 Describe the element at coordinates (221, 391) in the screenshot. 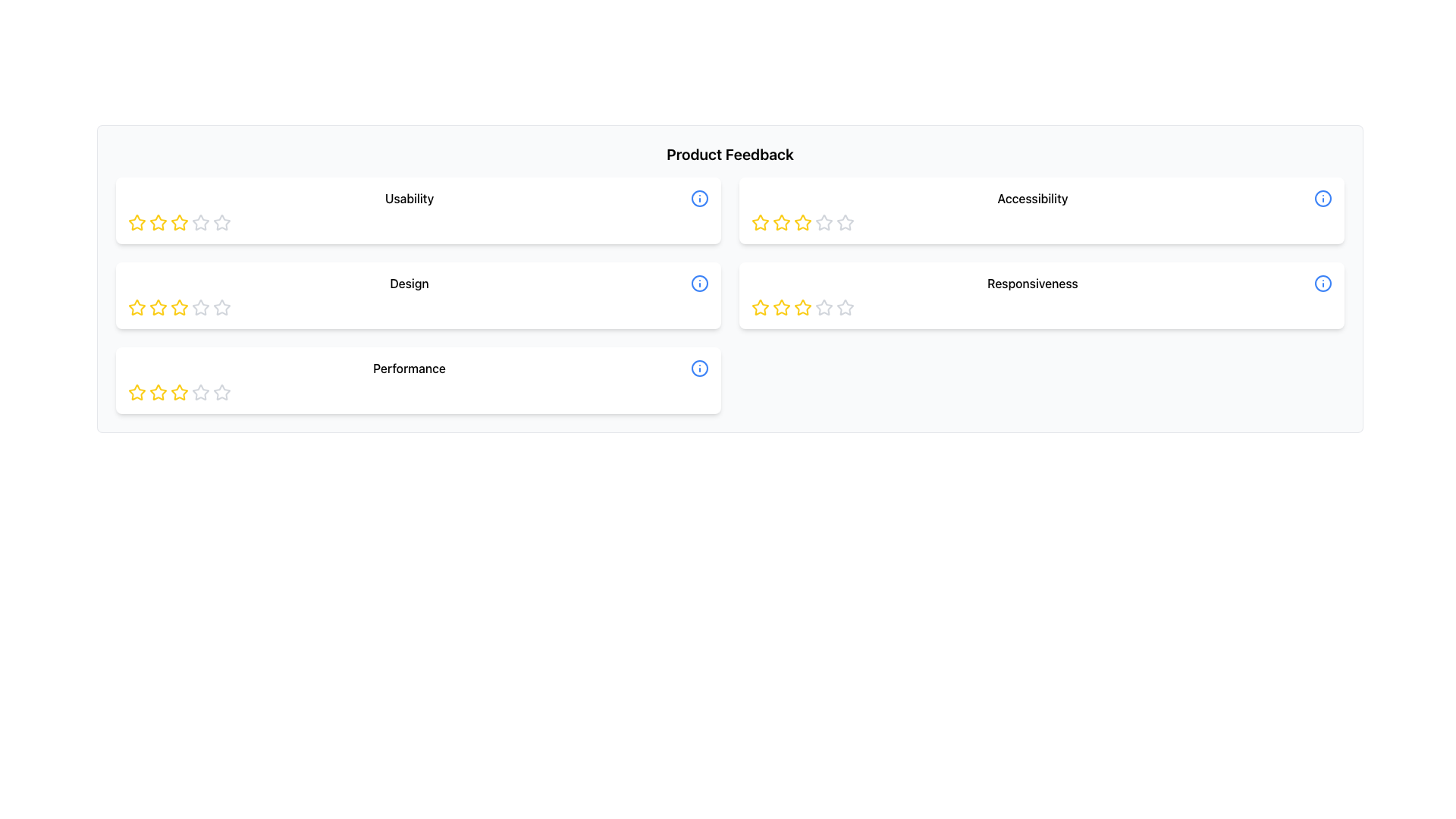

I see `the fourth star-shaped rating button, located under the 'Performance' category` at that location.